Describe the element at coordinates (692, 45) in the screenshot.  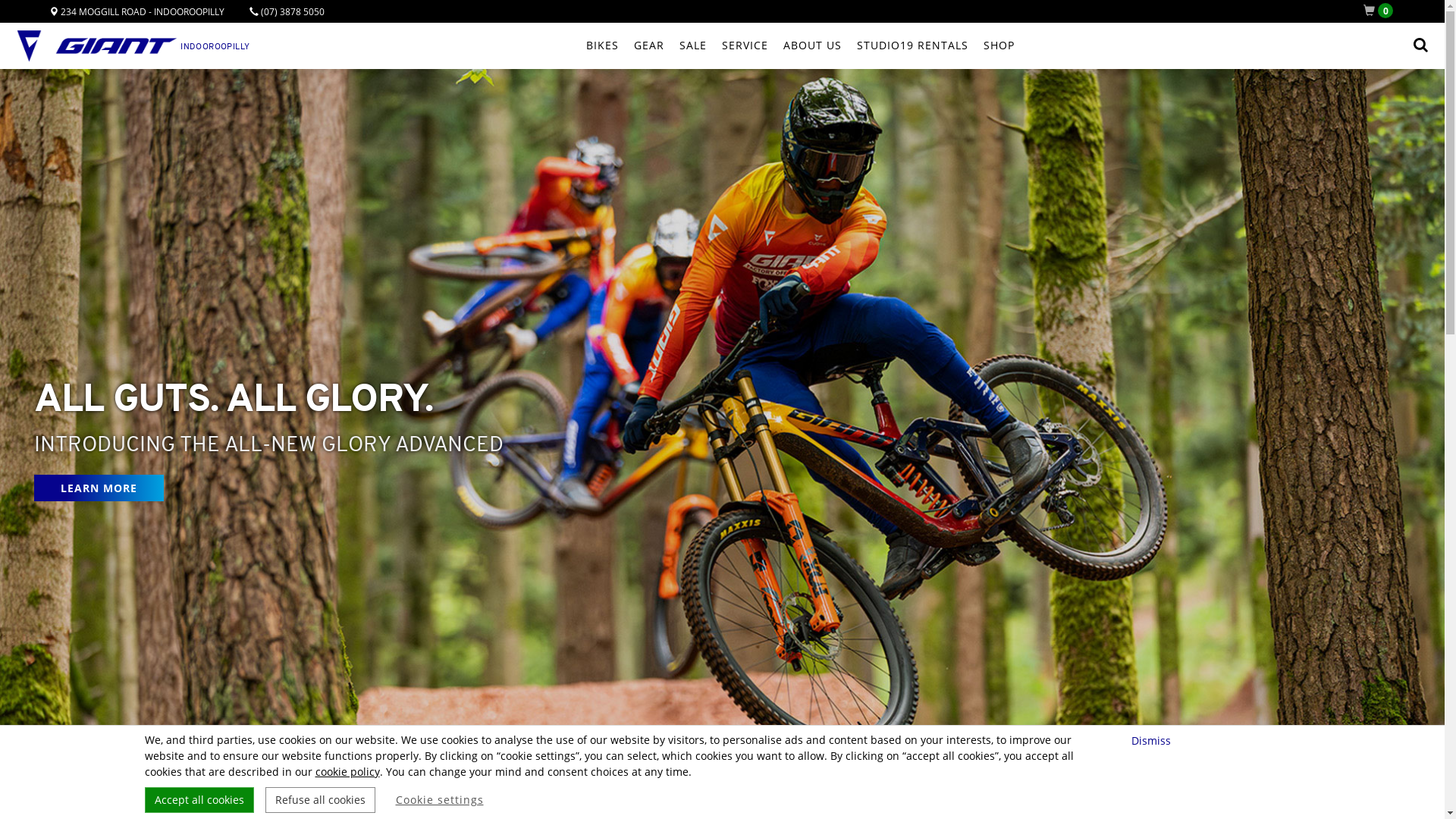
I see `'SALE'` at that location.